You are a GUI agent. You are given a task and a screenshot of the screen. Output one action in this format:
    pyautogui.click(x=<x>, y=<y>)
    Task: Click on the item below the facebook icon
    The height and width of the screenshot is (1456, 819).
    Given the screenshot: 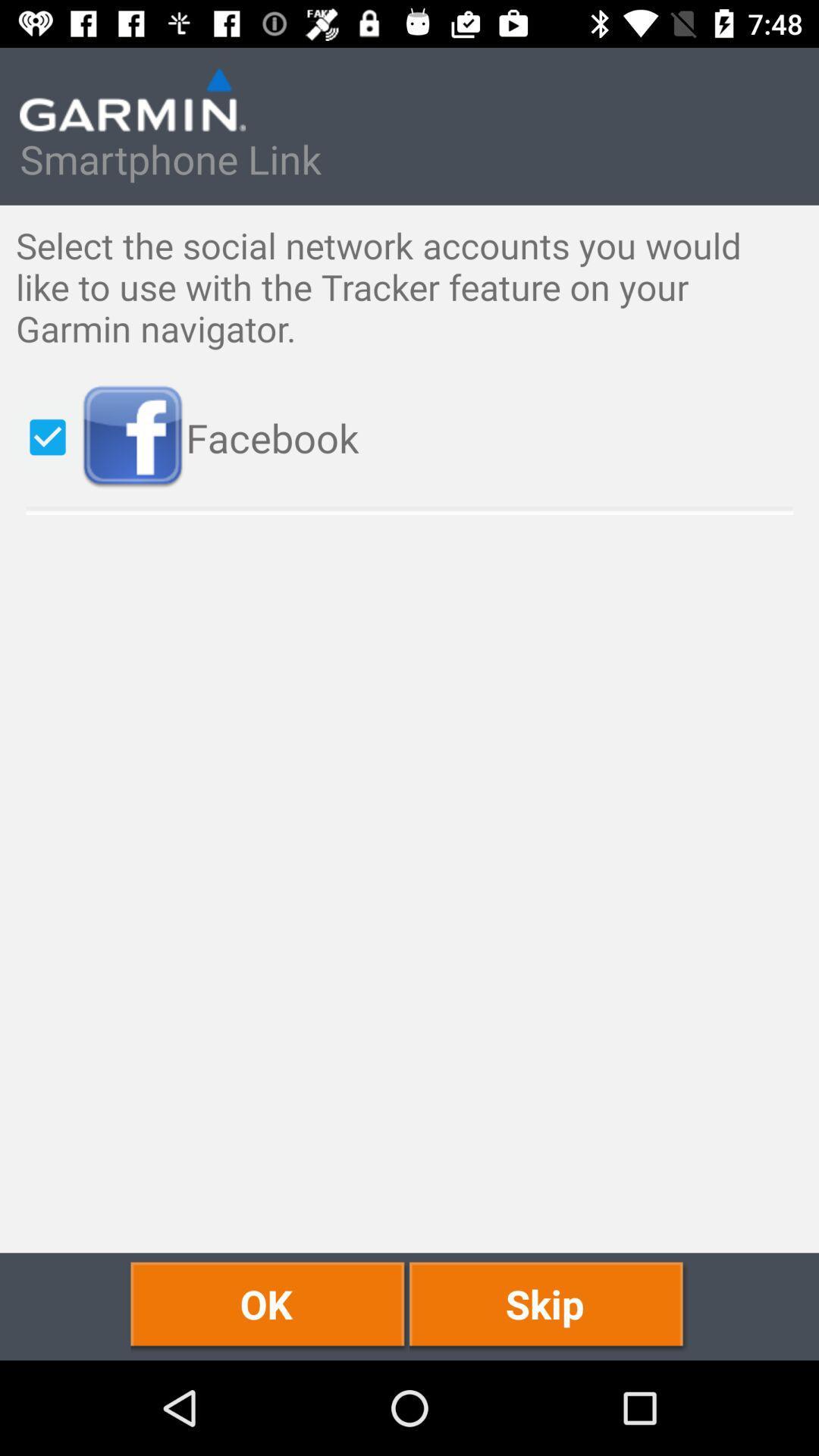 What is the action you would take?
    pyautogui.click(x=548, y=1306)
    